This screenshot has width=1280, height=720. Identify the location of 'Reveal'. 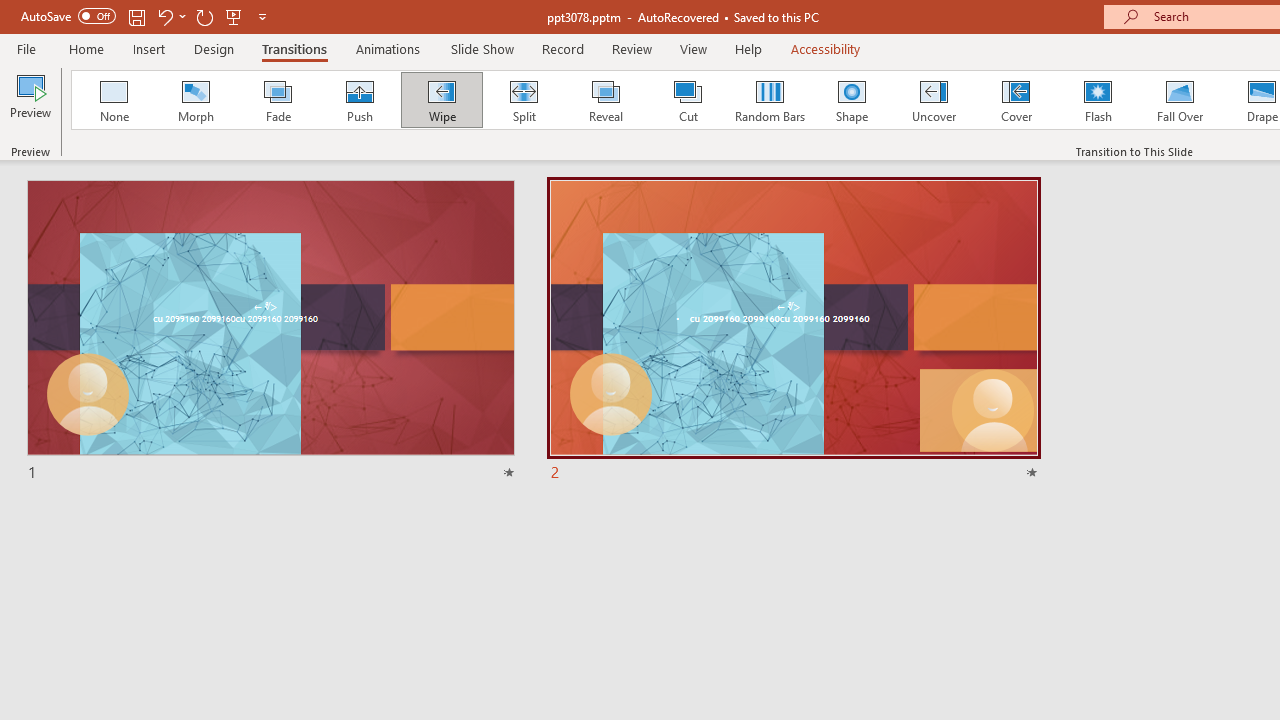
(604, 100).